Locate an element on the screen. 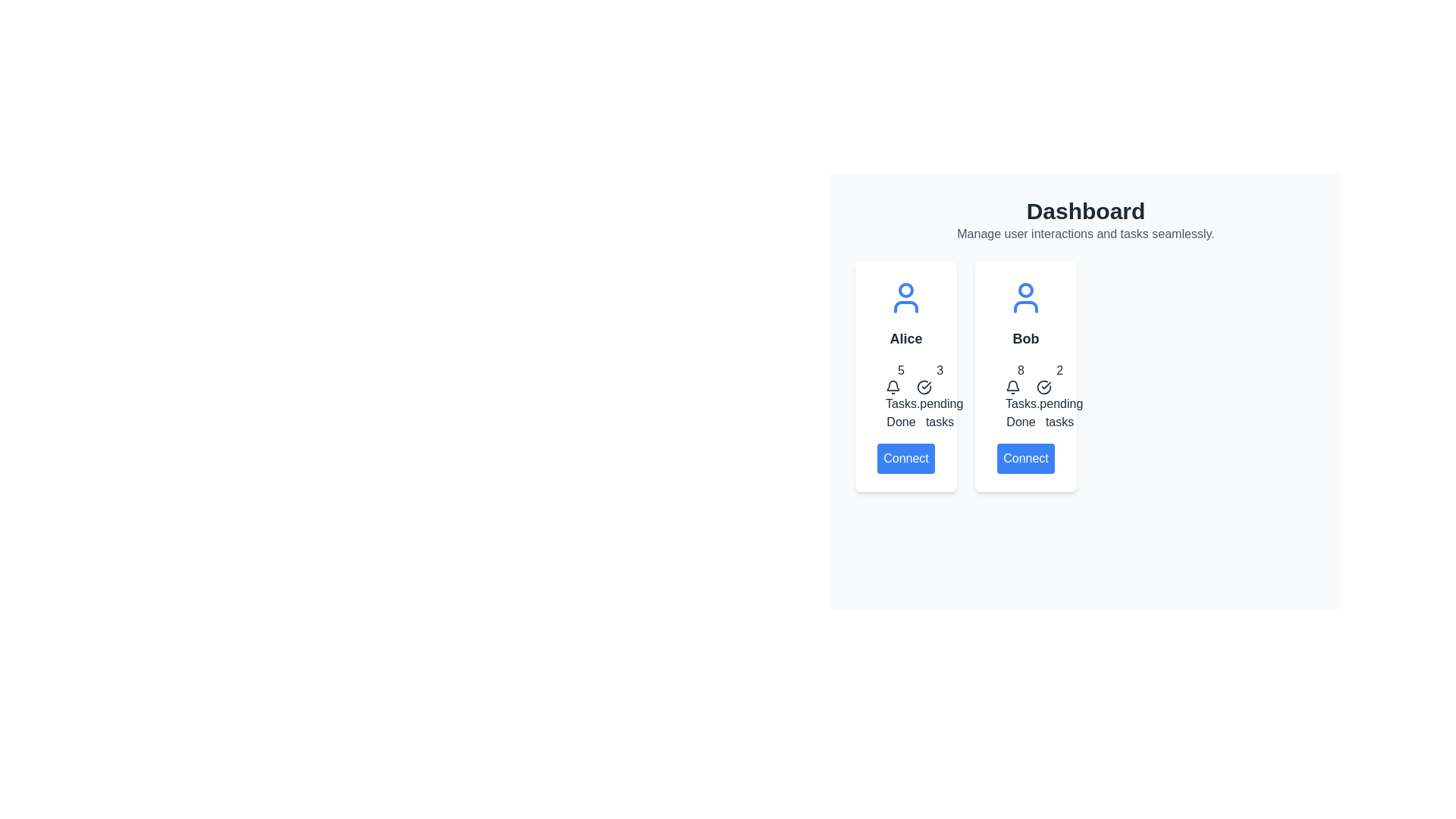 This screenshot has height=819, width=1456. the black outlined bell icon located to the left of the number '8' in the '8 Tasks Done' section of the card labeled 'Bob' is located at coordinates (1012, 386).